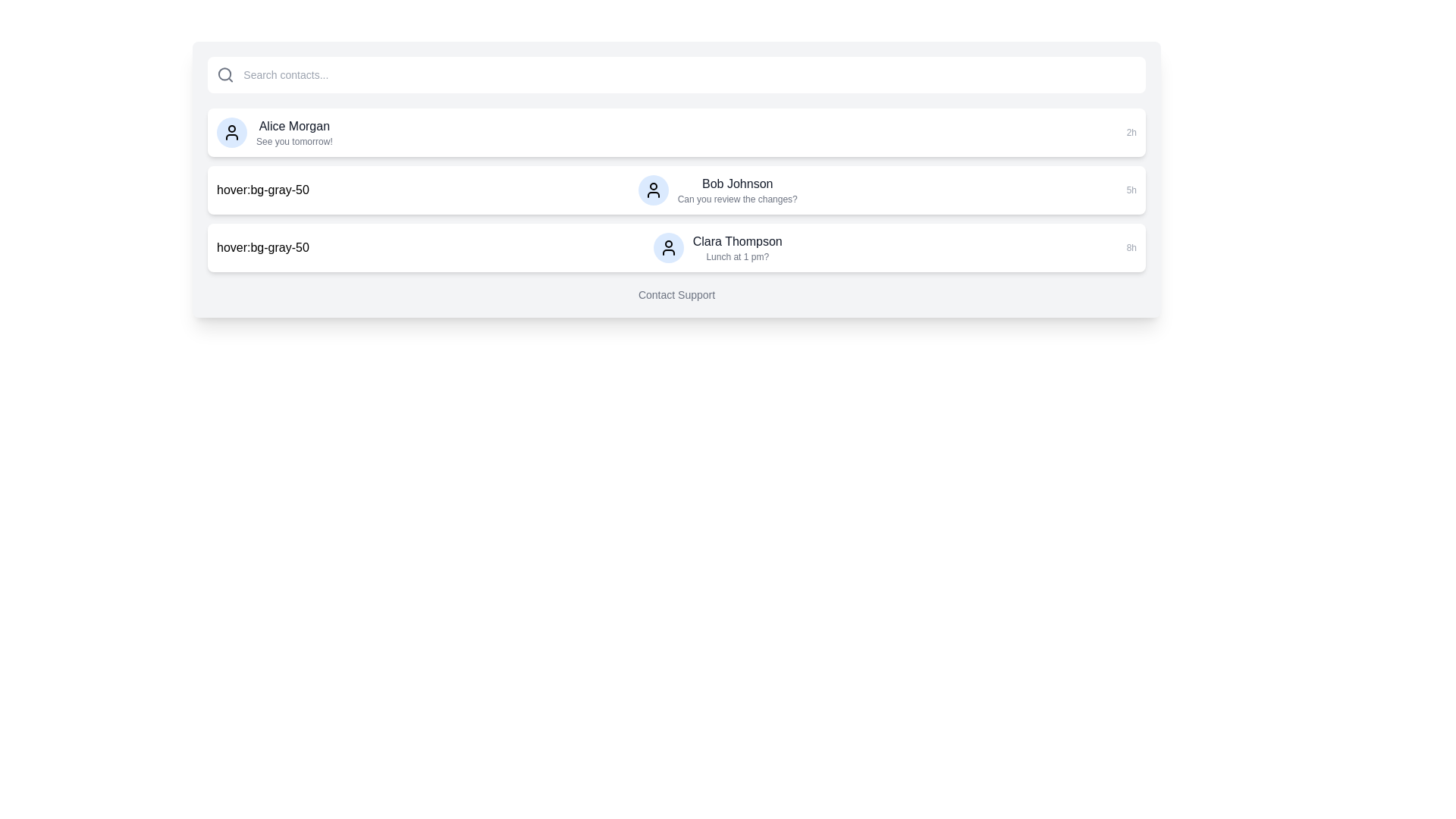 Image resolution: width=1456 pixels, height=819 pixels. What do you see at coordinates (717, 189) in the screenshot?
I see `to select the user contact preview item located in the second position of the vertical list, which displays the user's name, avatar, and a brief message` at bounding box center [717, 189].